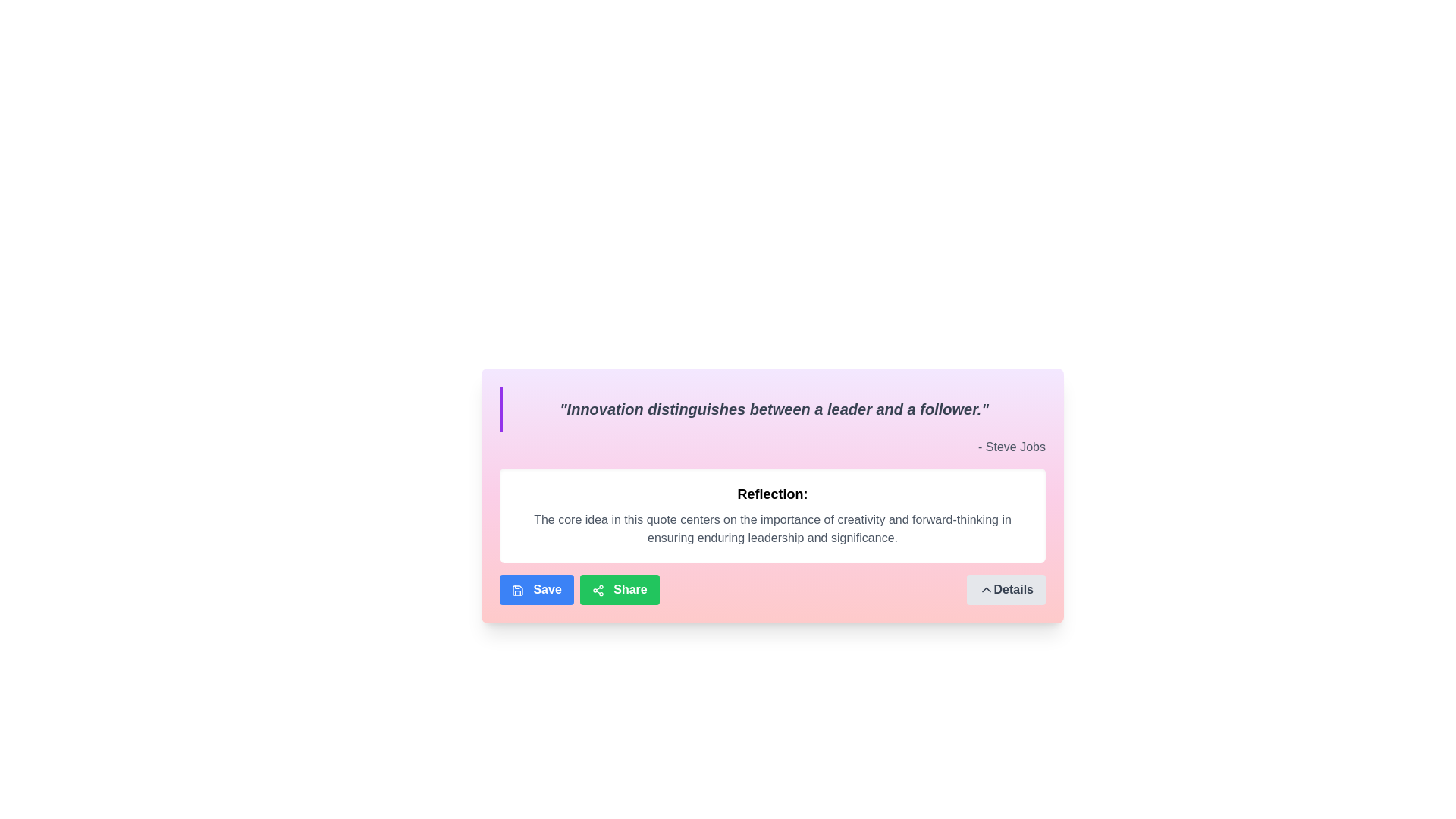 This screenshot has width=1456, height=819. I want to click on the 'Details' button on the Interactive button cluster, which is a gray button located on the right side of a horizontal bar with a pink background, so click(772, 589).